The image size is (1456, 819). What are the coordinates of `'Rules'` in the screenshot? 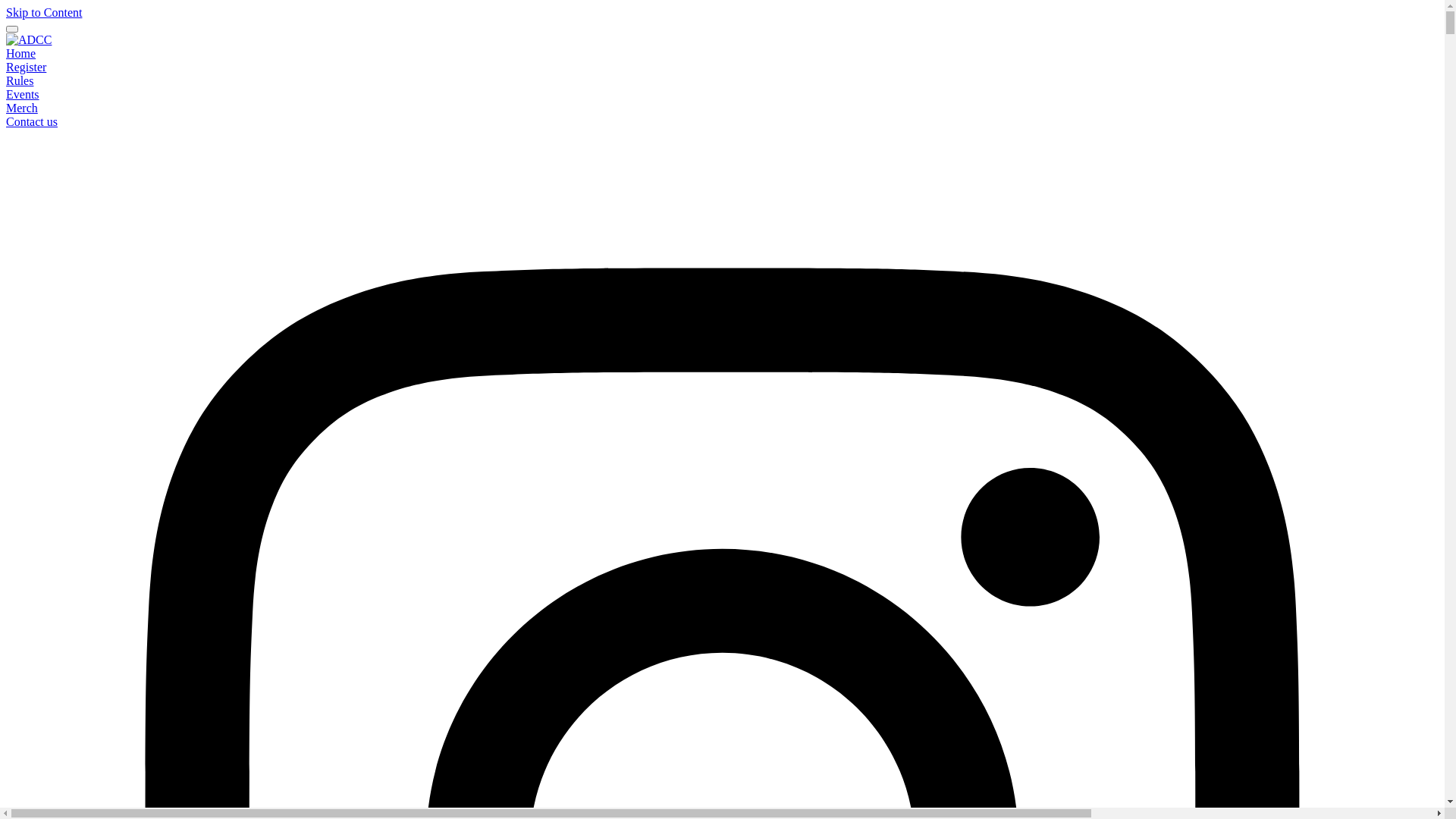 It's located at (6, 80).